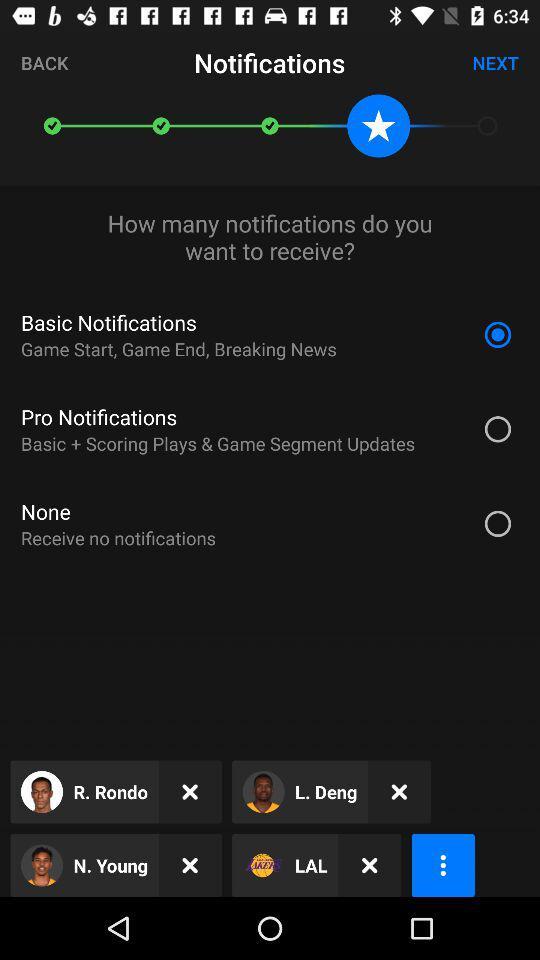 The height and width of the screenshot is (960, 540). Describe the element at coordinates (443, 864) in the screenshot. I see `show more` at that location.